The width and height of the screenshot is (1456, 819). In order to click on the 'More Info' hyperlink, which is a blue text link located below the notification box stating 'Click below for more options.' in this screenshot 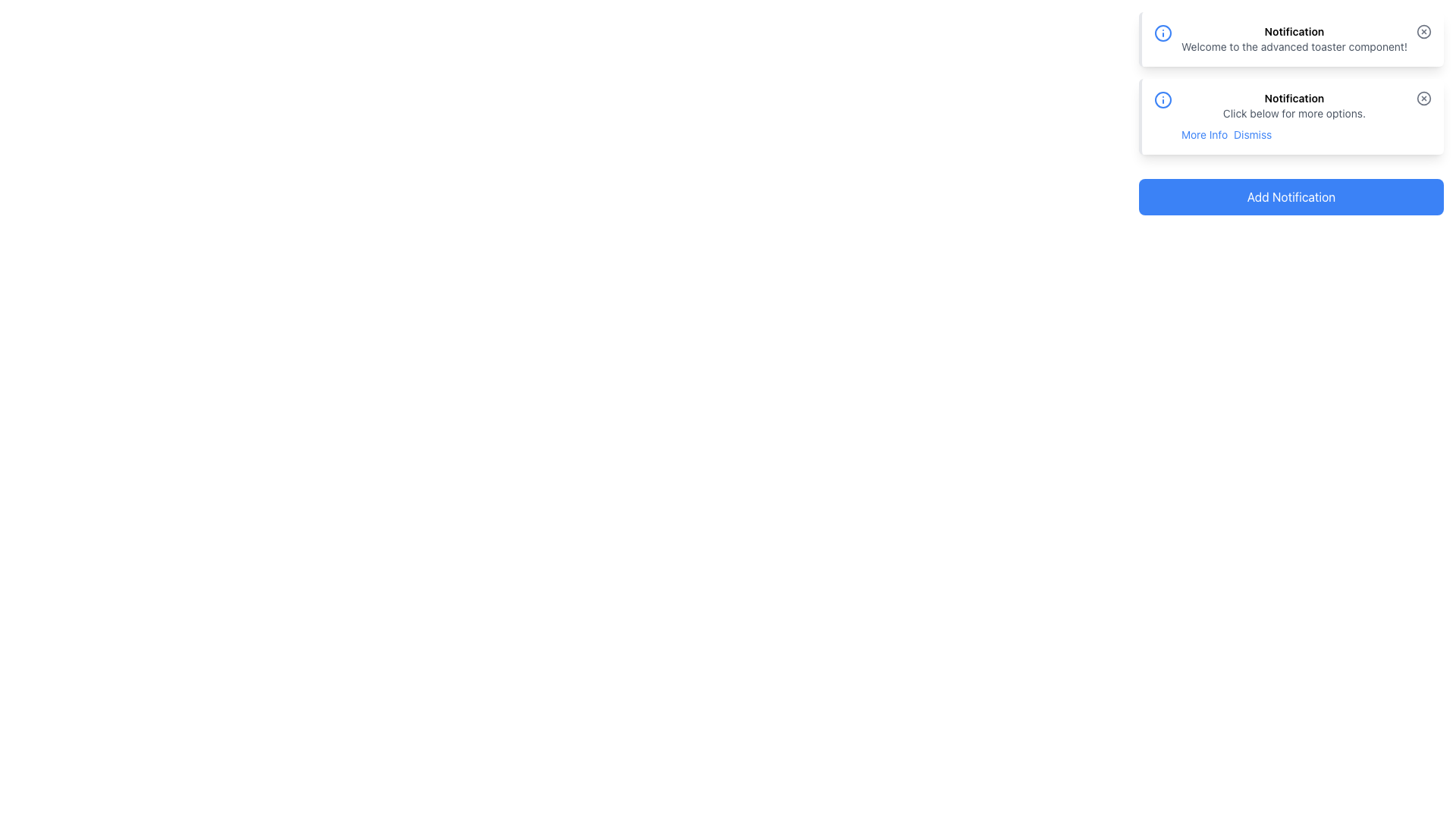, I will do `click(1203, 133)`.